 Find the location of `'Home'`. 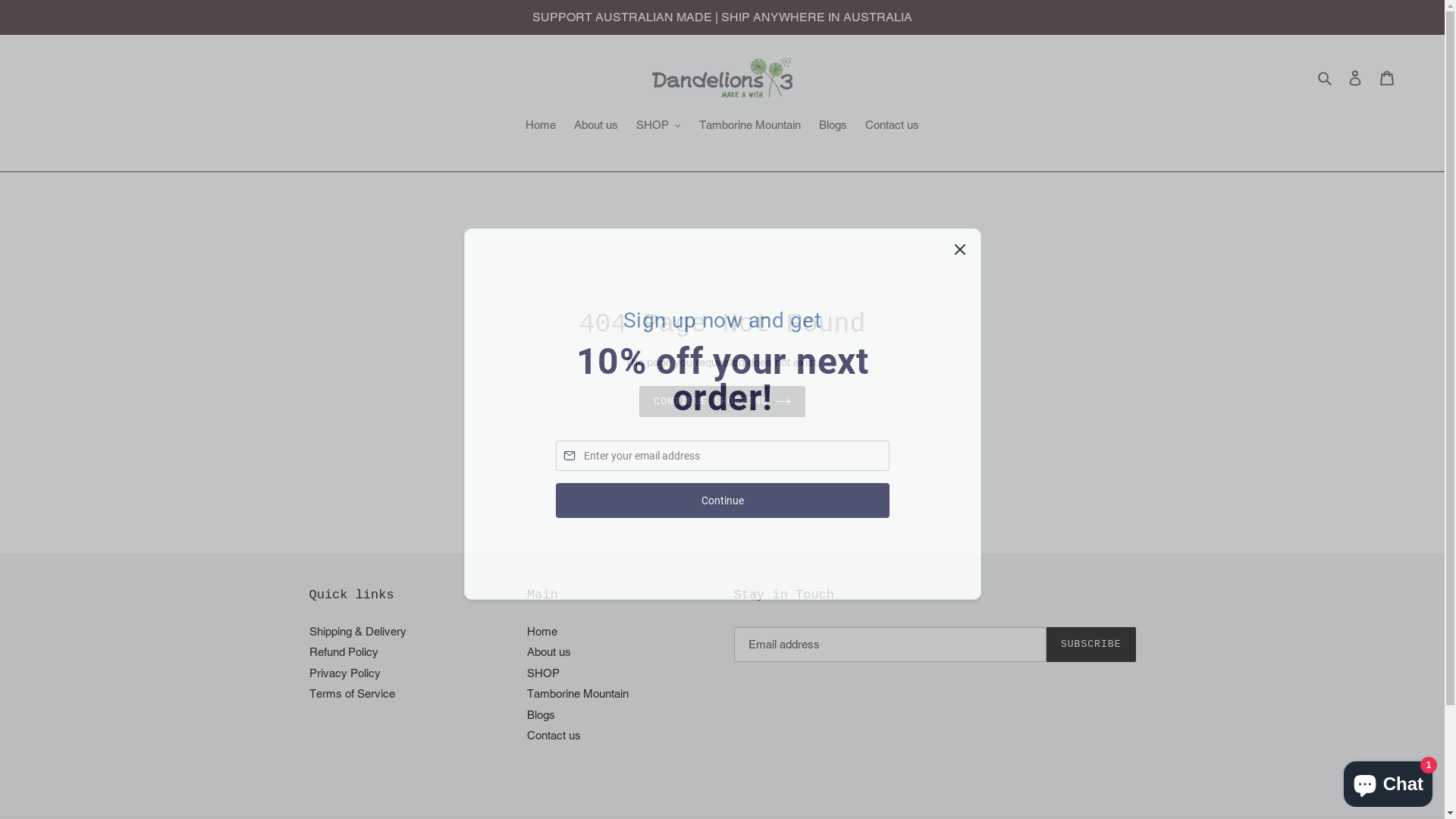

'Home' is located at coordinates (542, 631).